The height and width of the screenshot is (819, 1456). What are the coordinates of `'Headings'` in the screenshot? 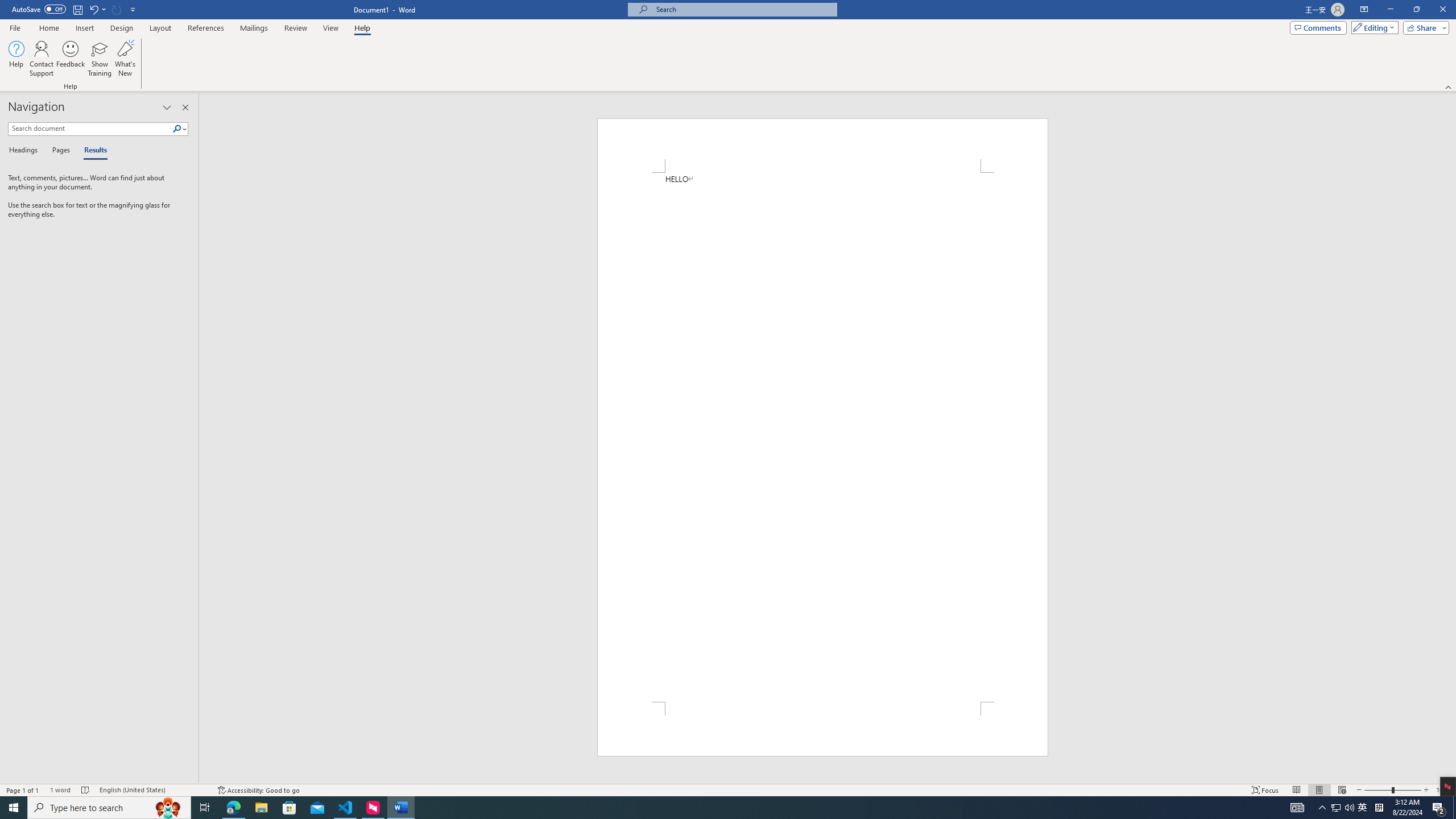 It's located at (25, 150).